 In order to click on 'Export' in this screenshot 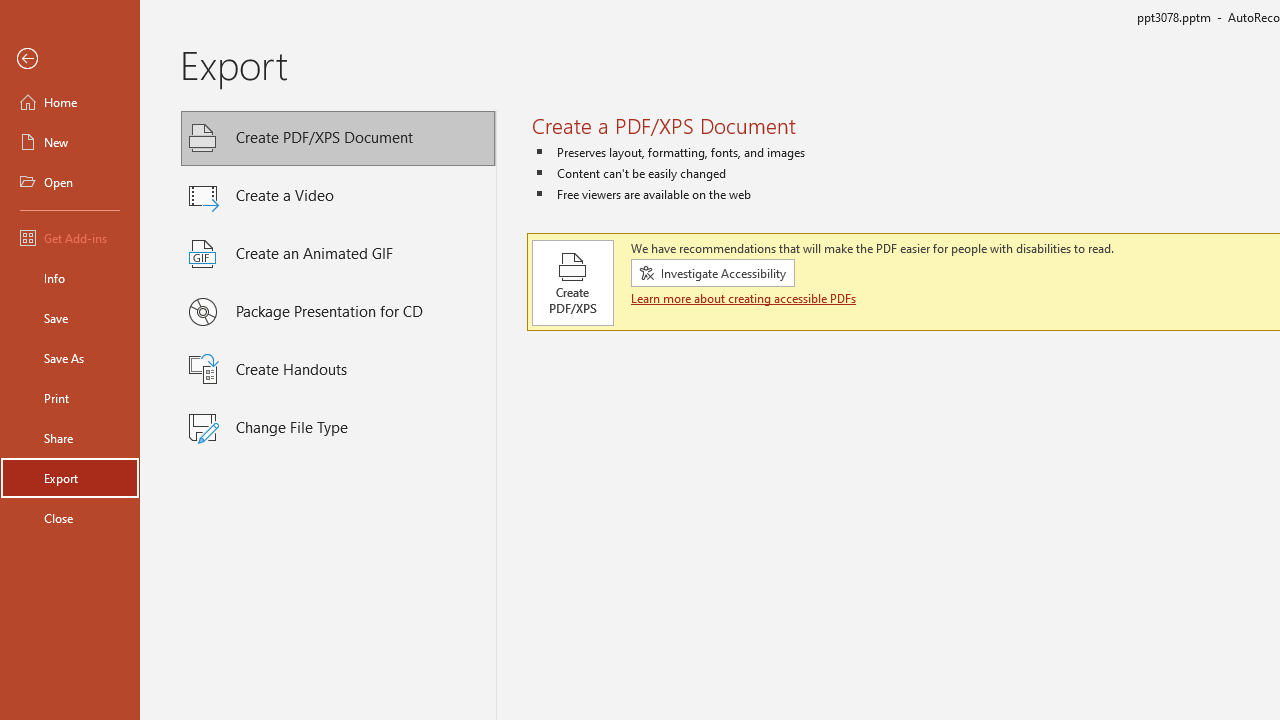, I will do `click(69, 478)`.